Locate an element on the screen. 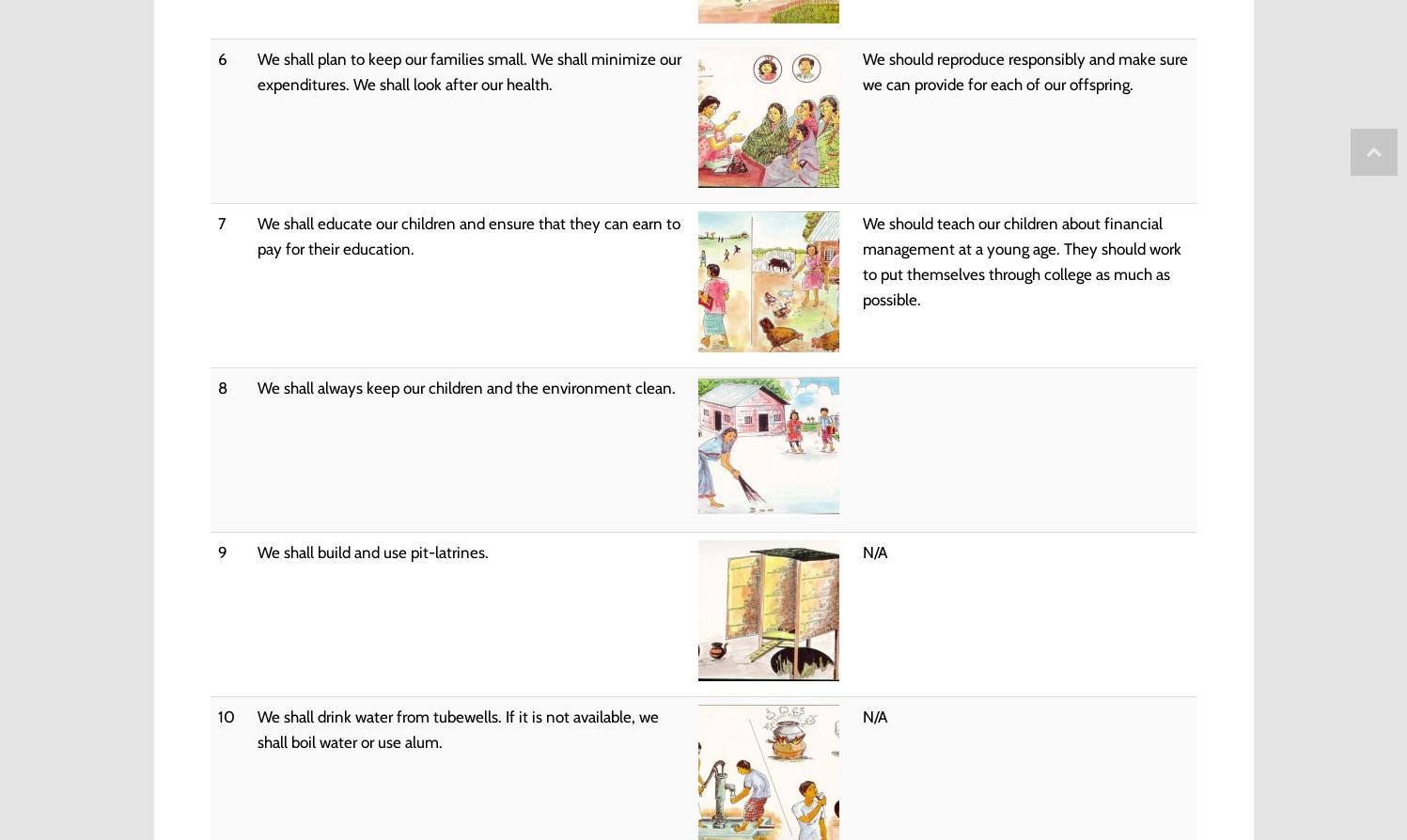  '7' is located at coordinates (220, 221).